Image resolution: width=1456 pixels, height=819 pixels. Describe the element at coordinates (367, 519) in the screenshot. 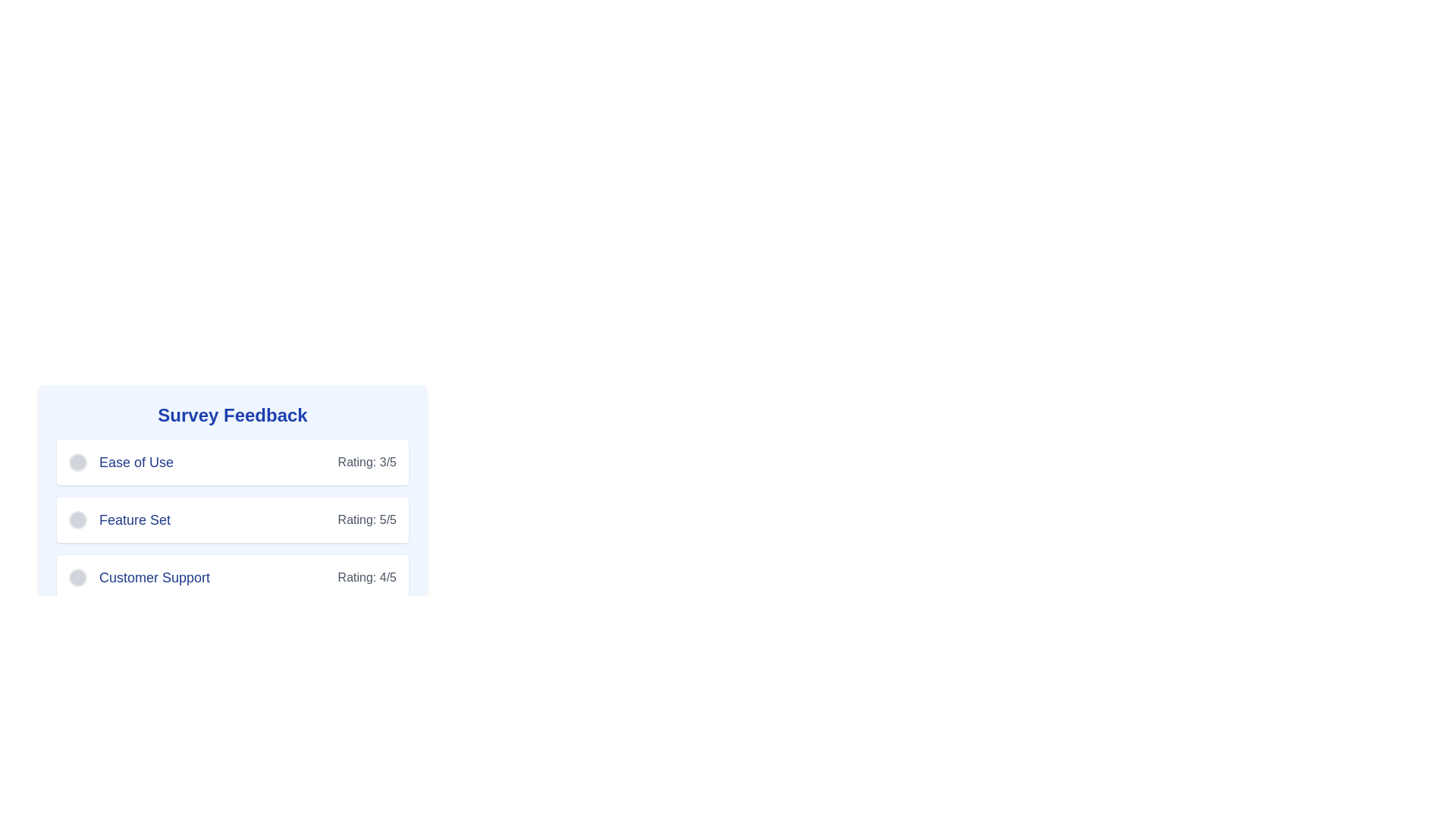

I see `displayed rating value from the text label located to the right of the 'Feature Set' text element, which provides the rating score for the associated feature set` at that location.